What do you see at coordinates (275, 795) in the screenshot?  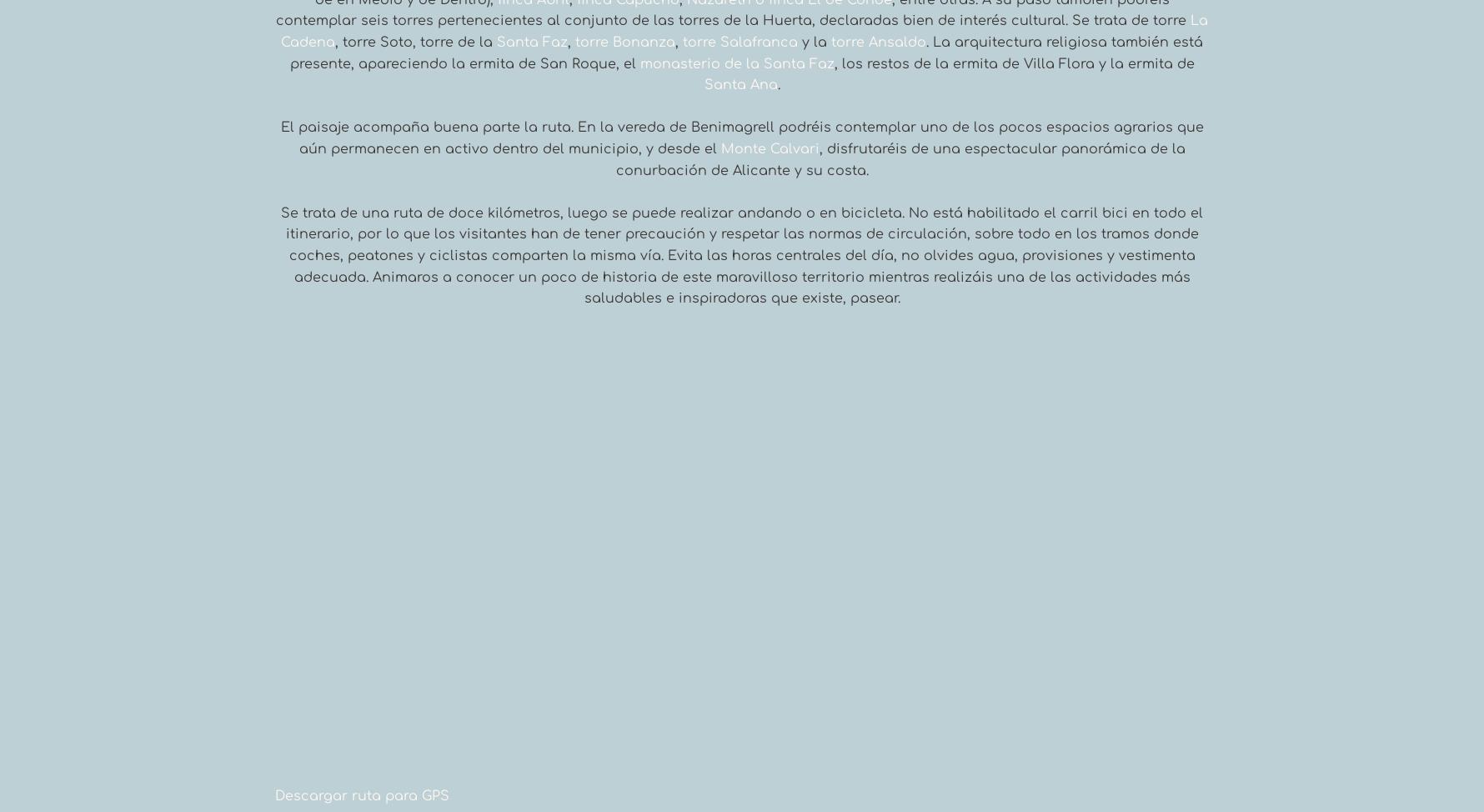 I see `'Descargar ruta para GPS'` at bounding box center [275, 795].